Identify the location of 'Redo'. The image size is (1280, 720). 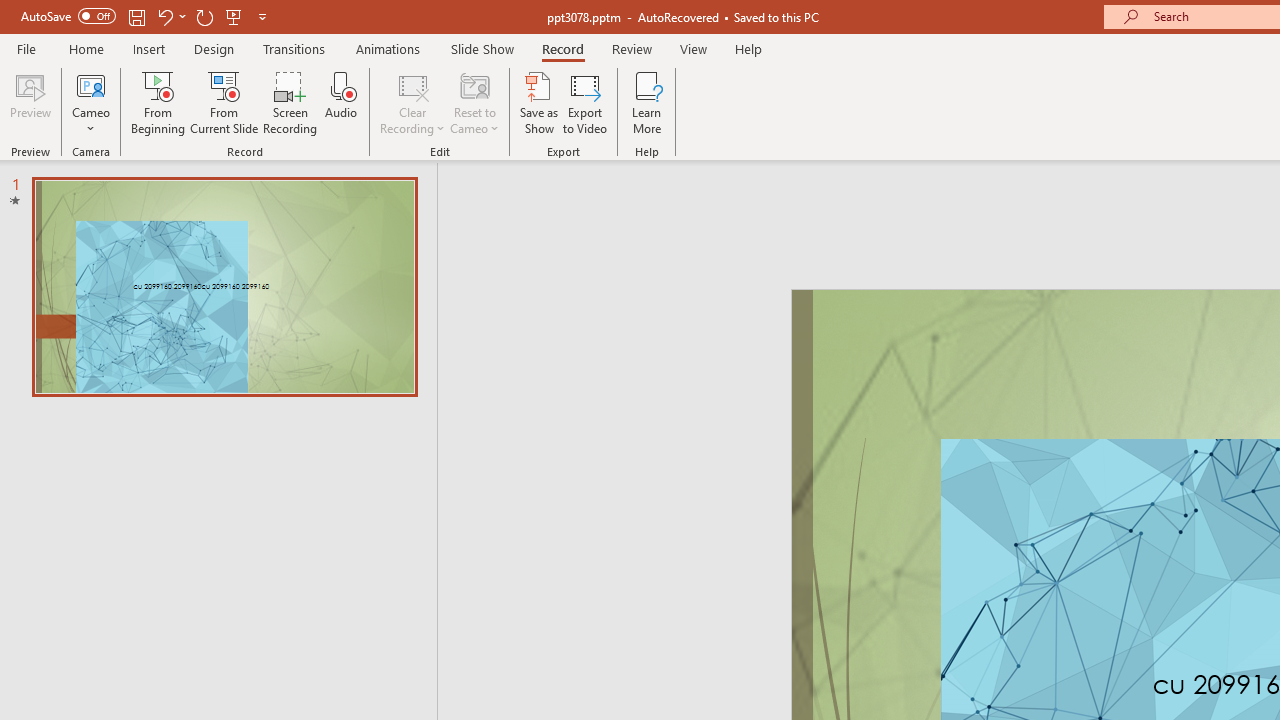
(204, 16).